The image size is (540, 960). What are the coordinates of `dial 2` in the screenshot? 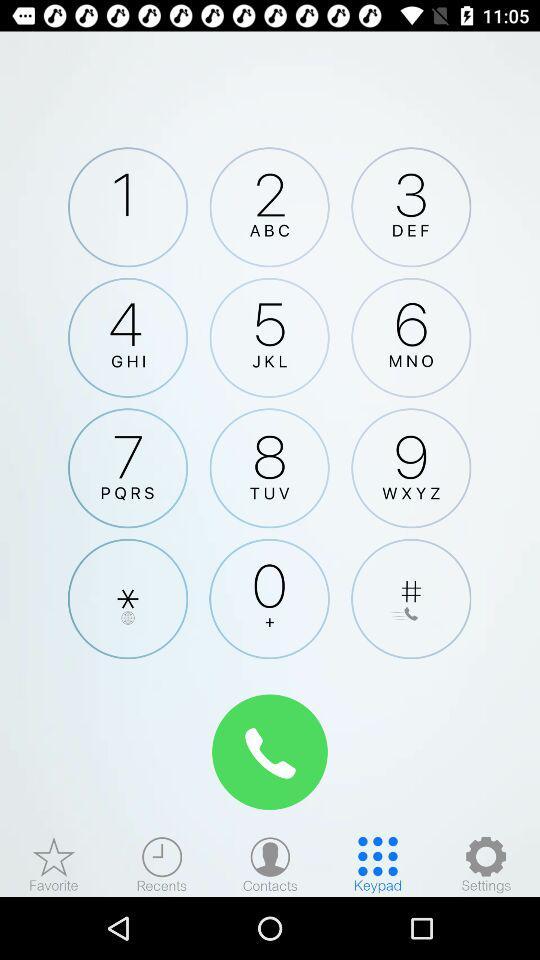 It's located at (269, 207).